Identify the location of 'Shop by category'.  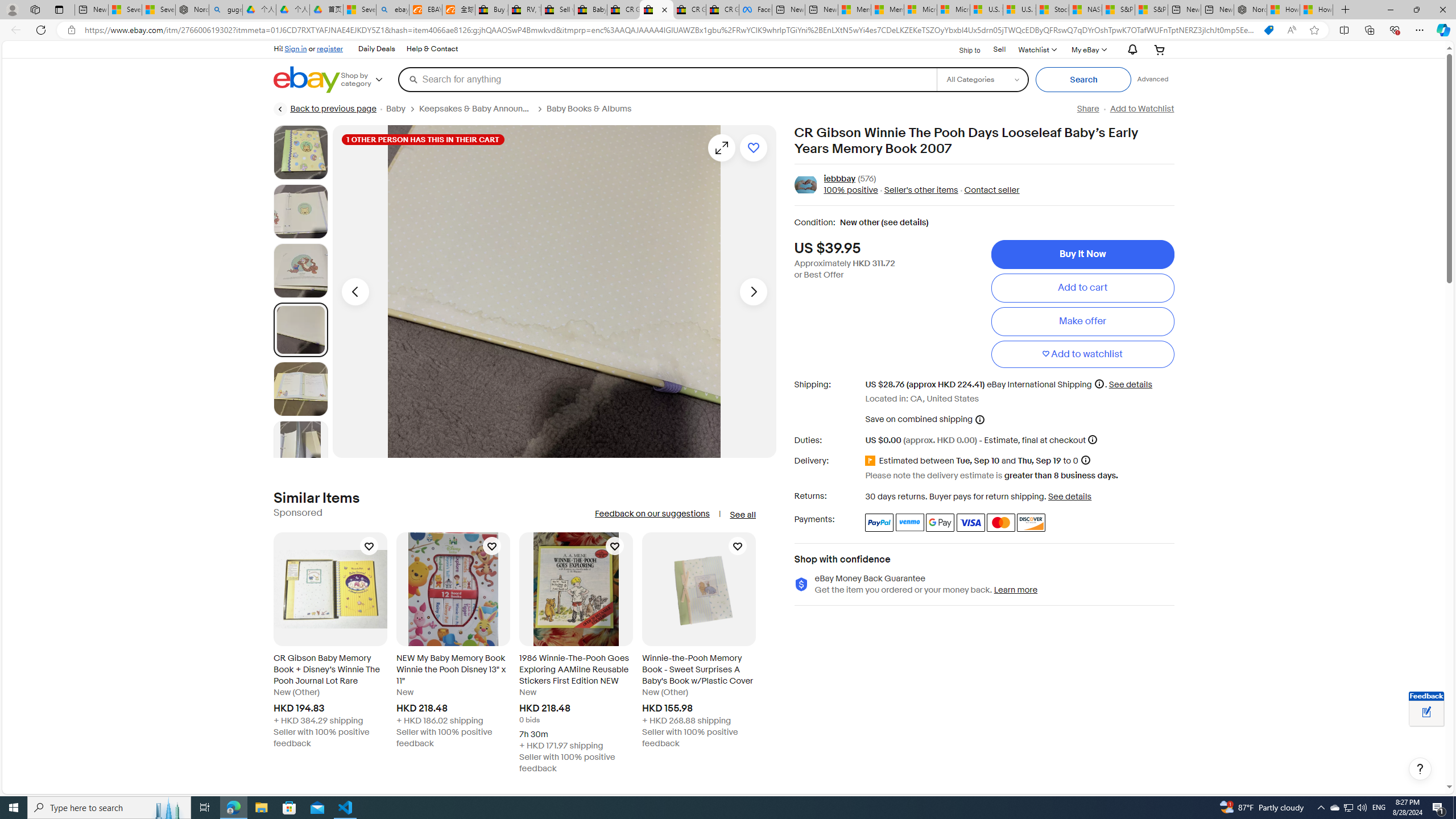
(369, 78).